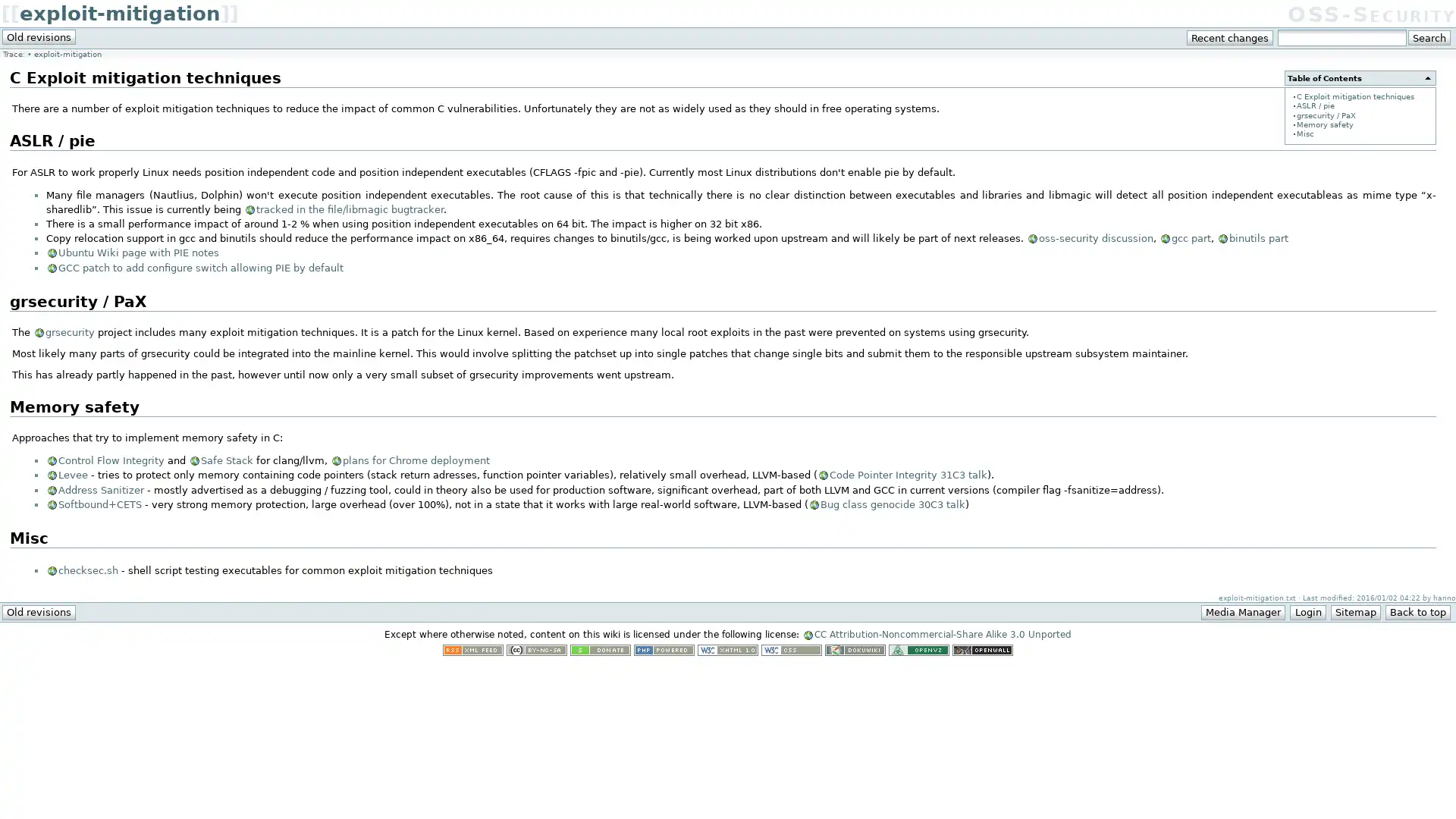 This screenshot has height=819, width=1456. I want to click on Media Manager, so click(1243, 610).